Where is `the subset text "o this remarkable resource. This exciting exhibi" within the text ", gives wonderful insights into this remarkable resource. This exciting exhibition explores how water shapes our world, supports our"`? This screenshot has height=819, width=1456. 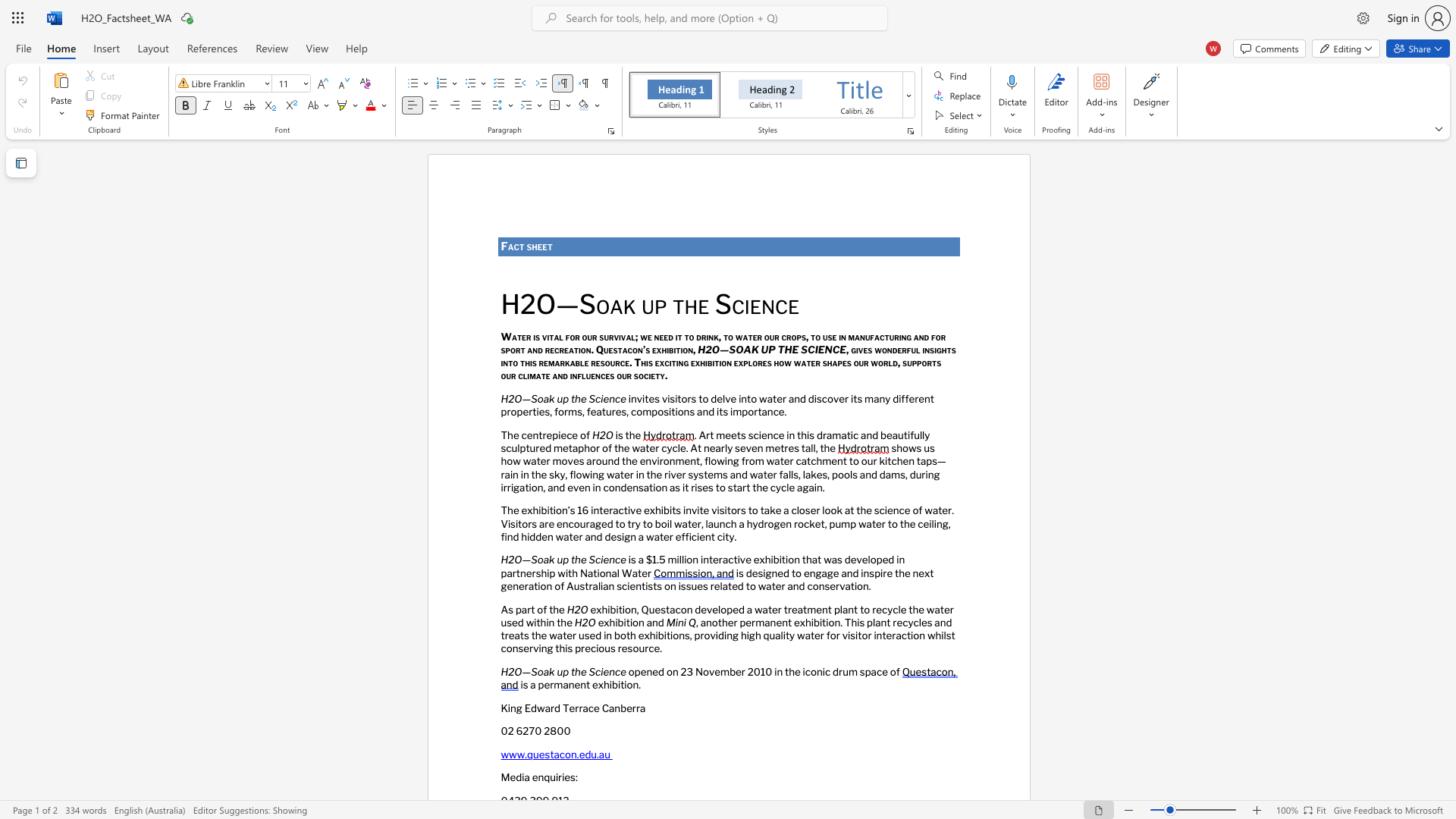
the subset text "o this remarkable resource. This exciting exhibi" within the text ", gives wonderful insights into this remarkable resource. This exciting exhibition explores how water shapes our world, supports our" is located at coordinates (513, 362).